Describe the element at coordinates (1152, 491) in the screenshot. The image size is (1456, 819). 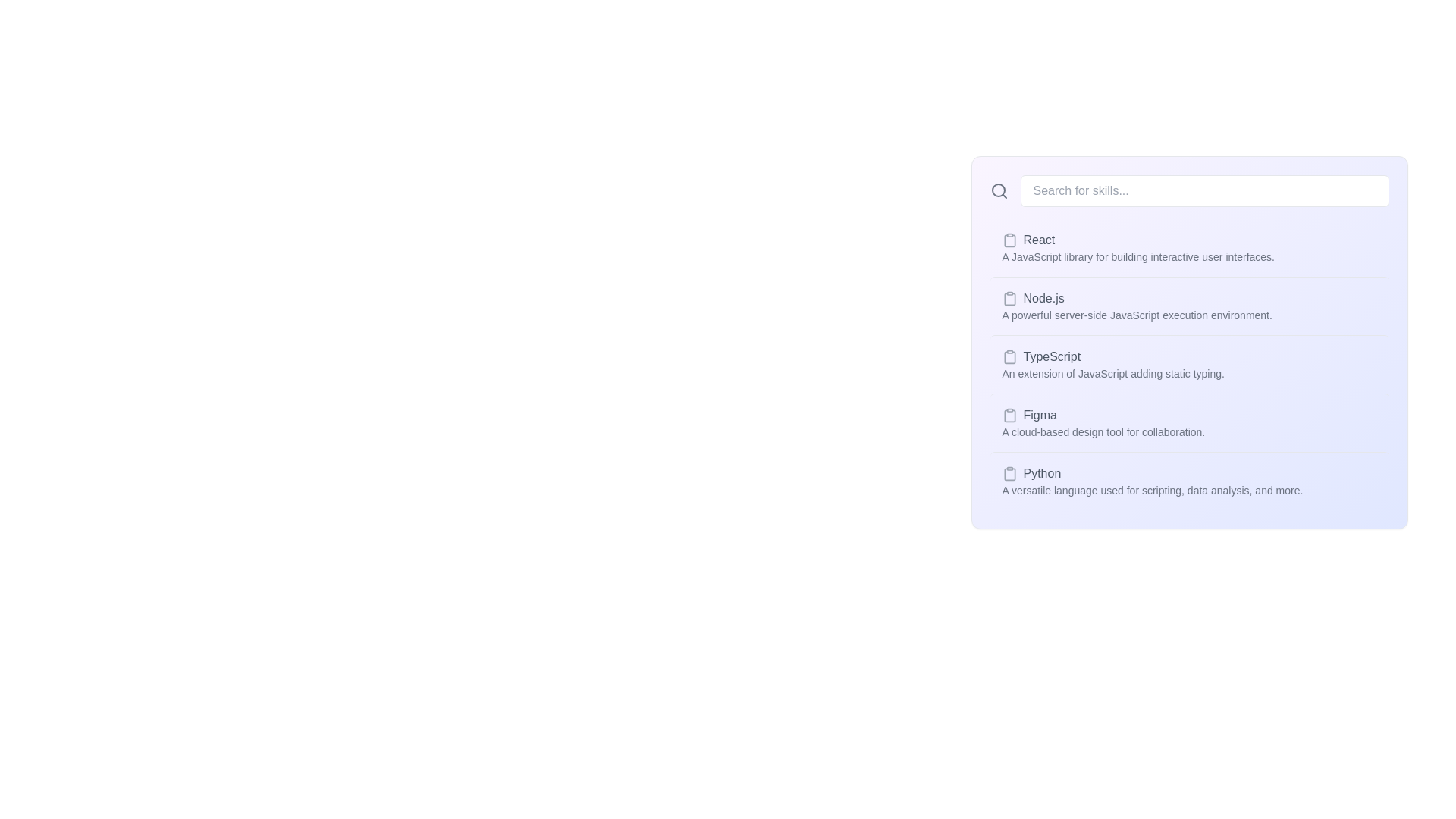
I see `the text label displaying the description 'A versatile language used for scripting, data analysis, and more.' located below the title 'Python'` at that location.